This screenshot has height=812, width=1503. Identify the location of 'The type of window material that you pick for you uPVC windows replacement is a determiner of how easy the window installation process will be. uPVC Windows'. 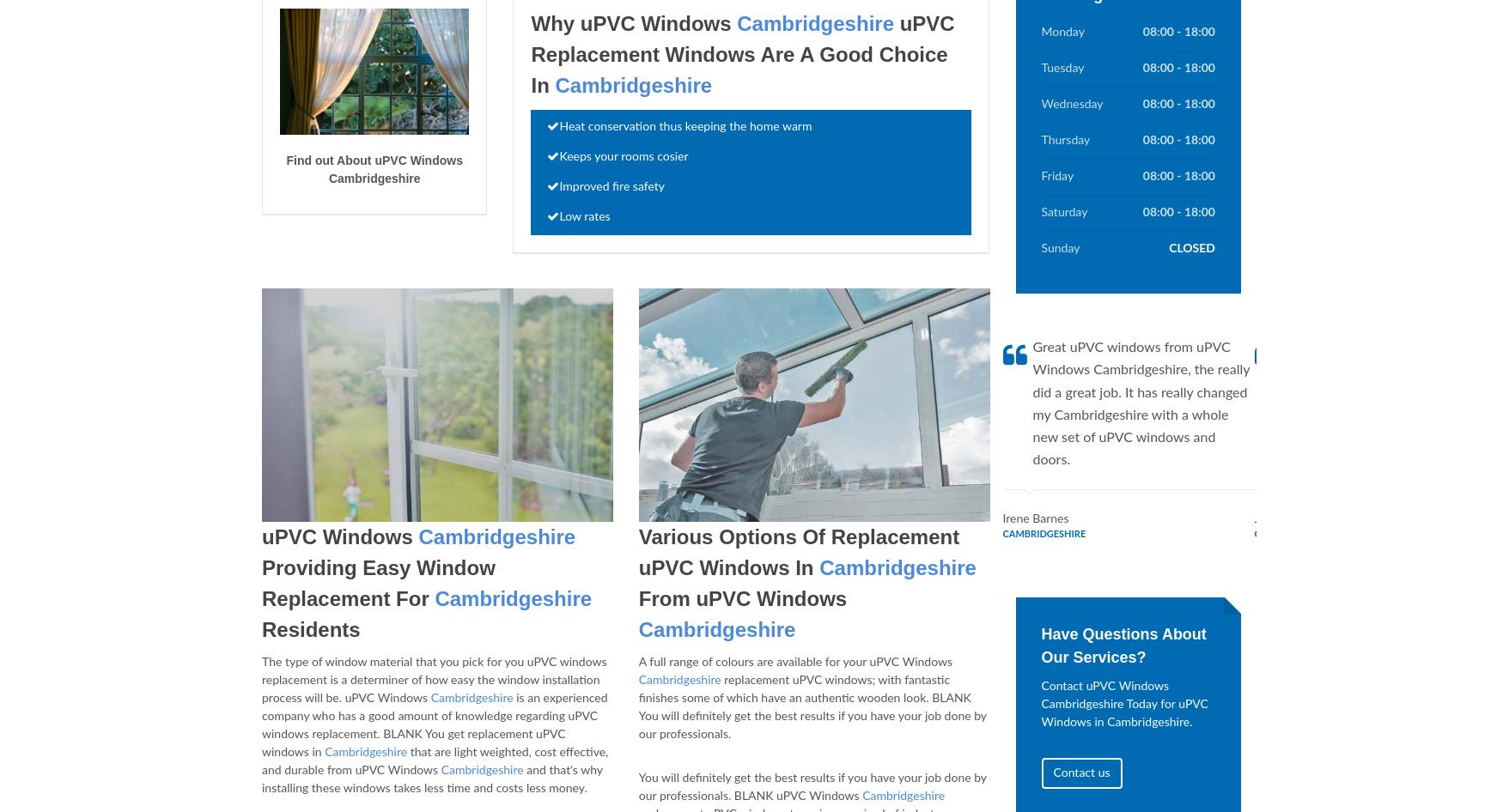
(433, 681).